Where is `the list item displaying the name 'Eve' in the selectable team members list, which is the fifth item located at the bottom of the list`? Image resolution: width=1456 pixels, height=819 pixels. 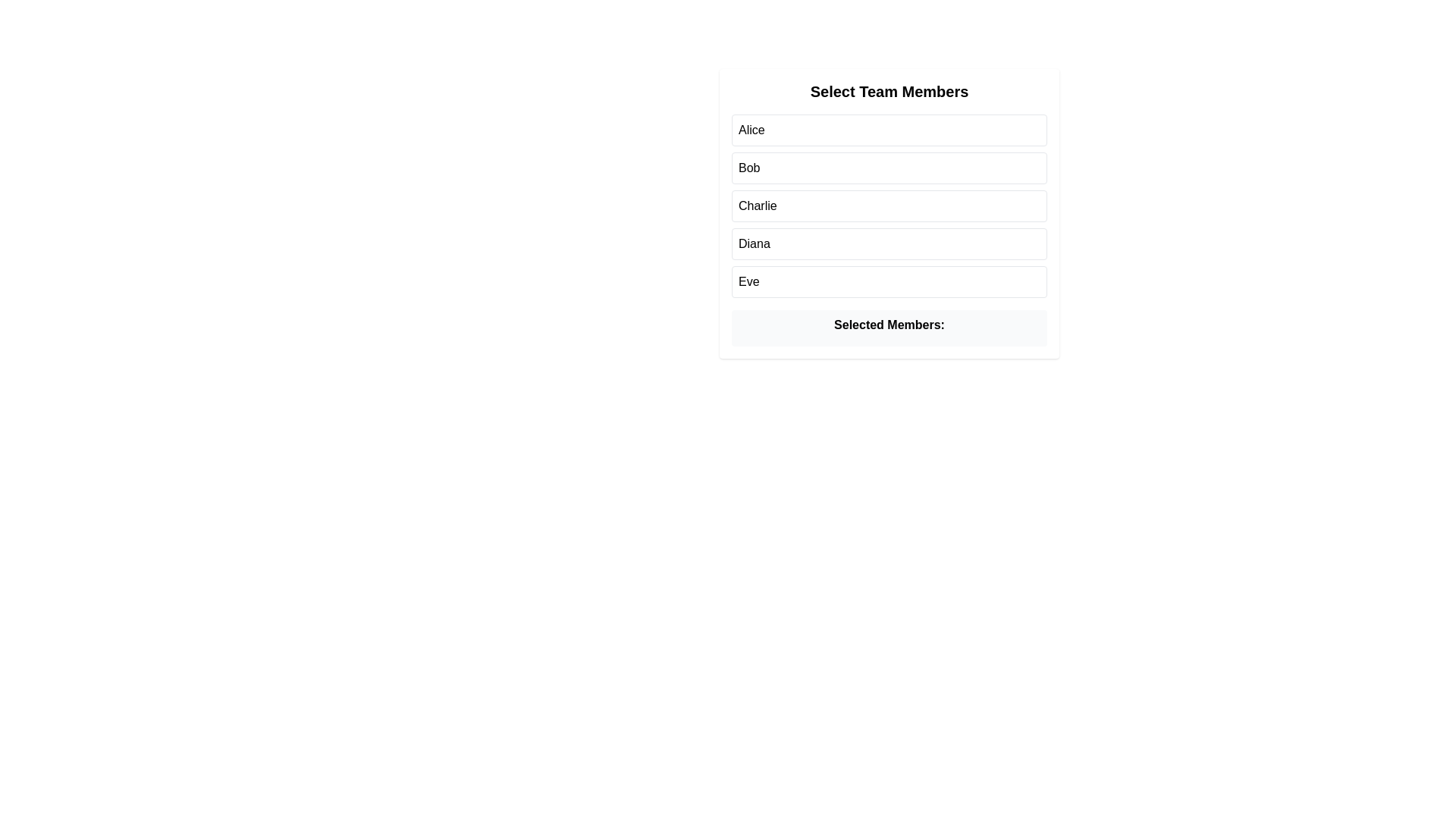
the list item displaying the name 'Eve' in the selectable team members list, which is the fifth item located at the bottom of the list is located at coordinates (889, 281).